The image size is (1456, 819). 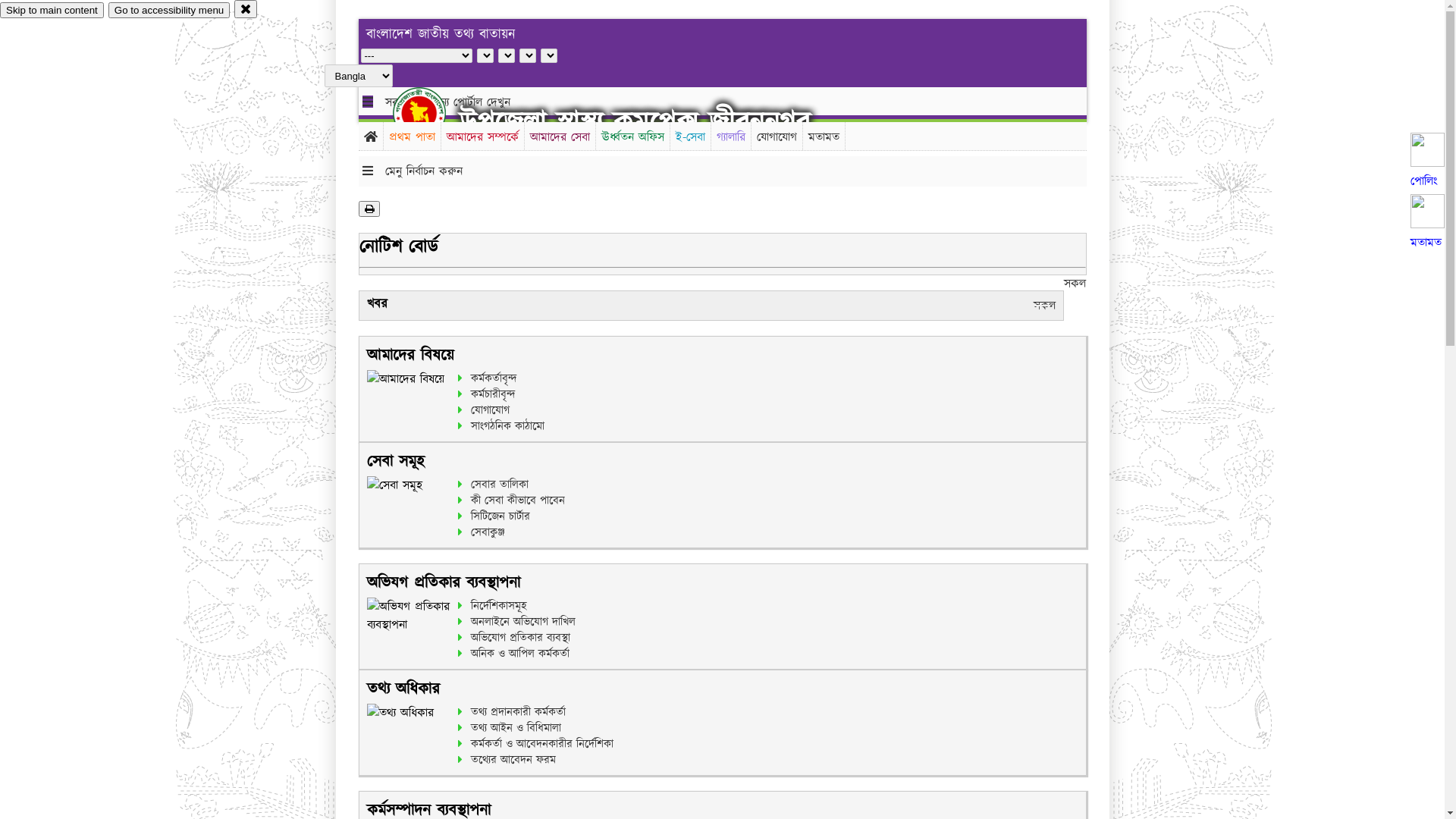 I want to click on 'close', so click(x=246, y=8).